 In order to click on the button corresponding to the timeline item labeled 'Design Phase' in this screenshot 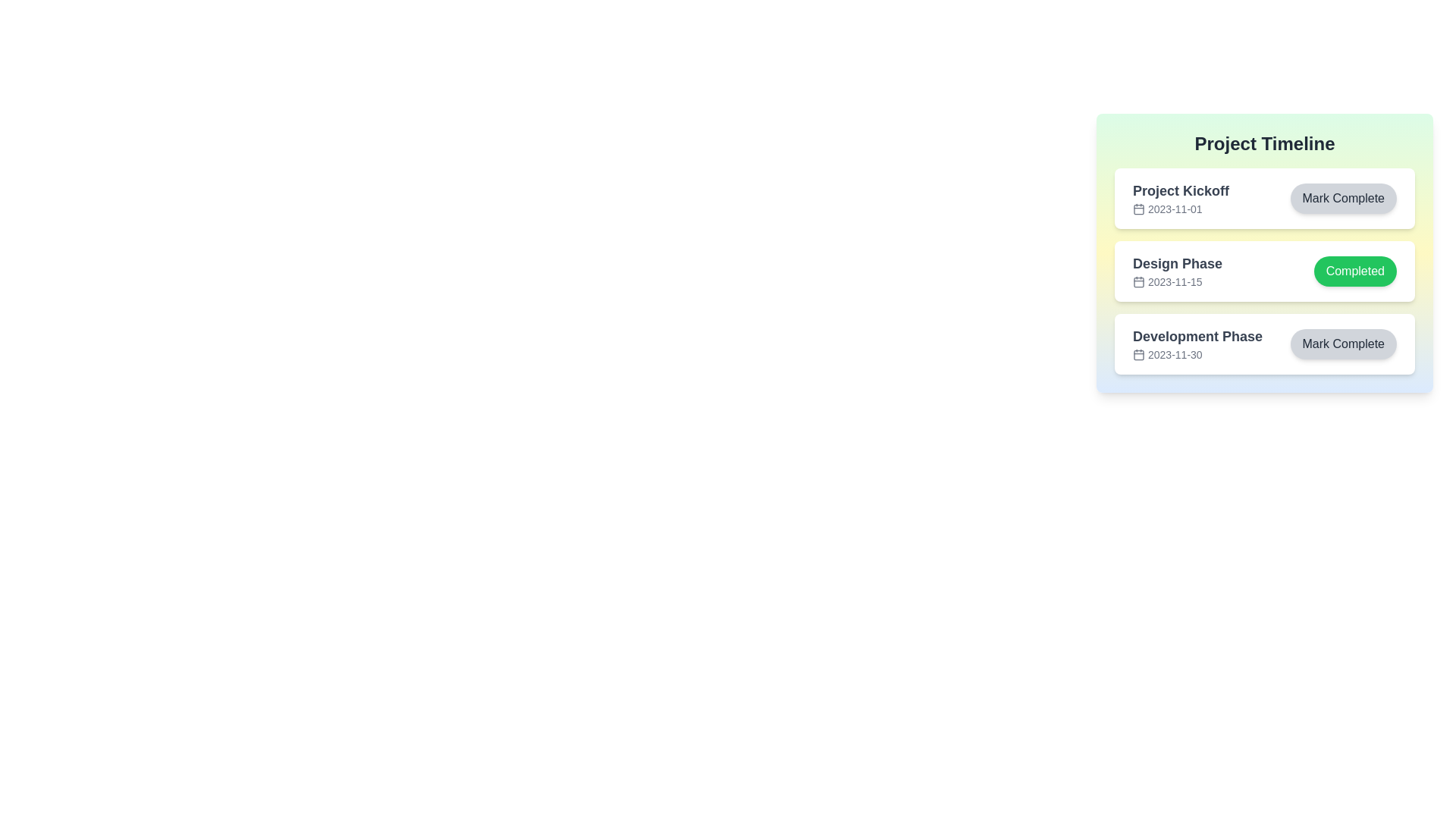, I will do `click(1355, 271)`.